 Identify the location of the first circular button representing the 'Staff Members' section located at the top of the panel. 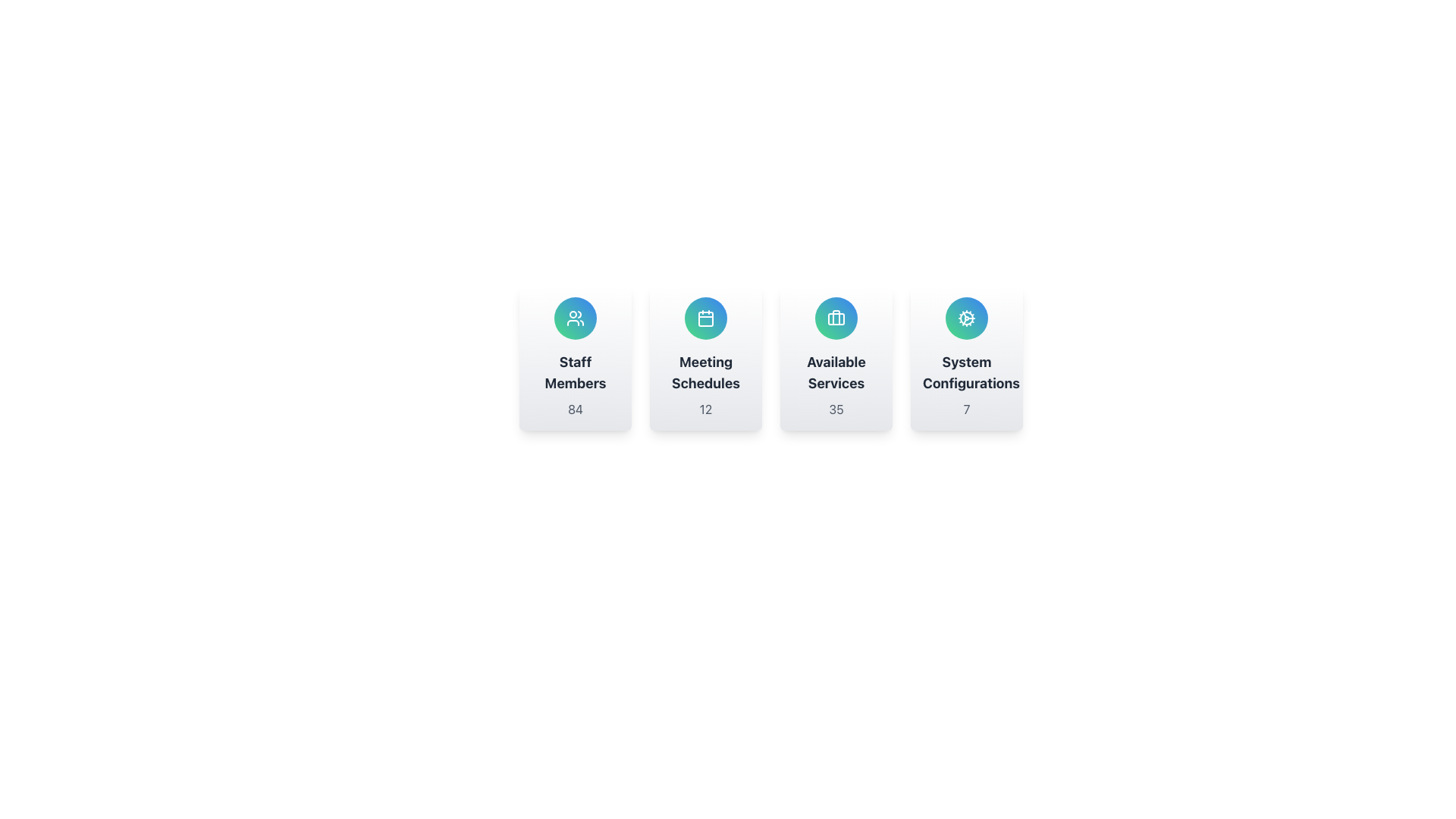
(574, 318).